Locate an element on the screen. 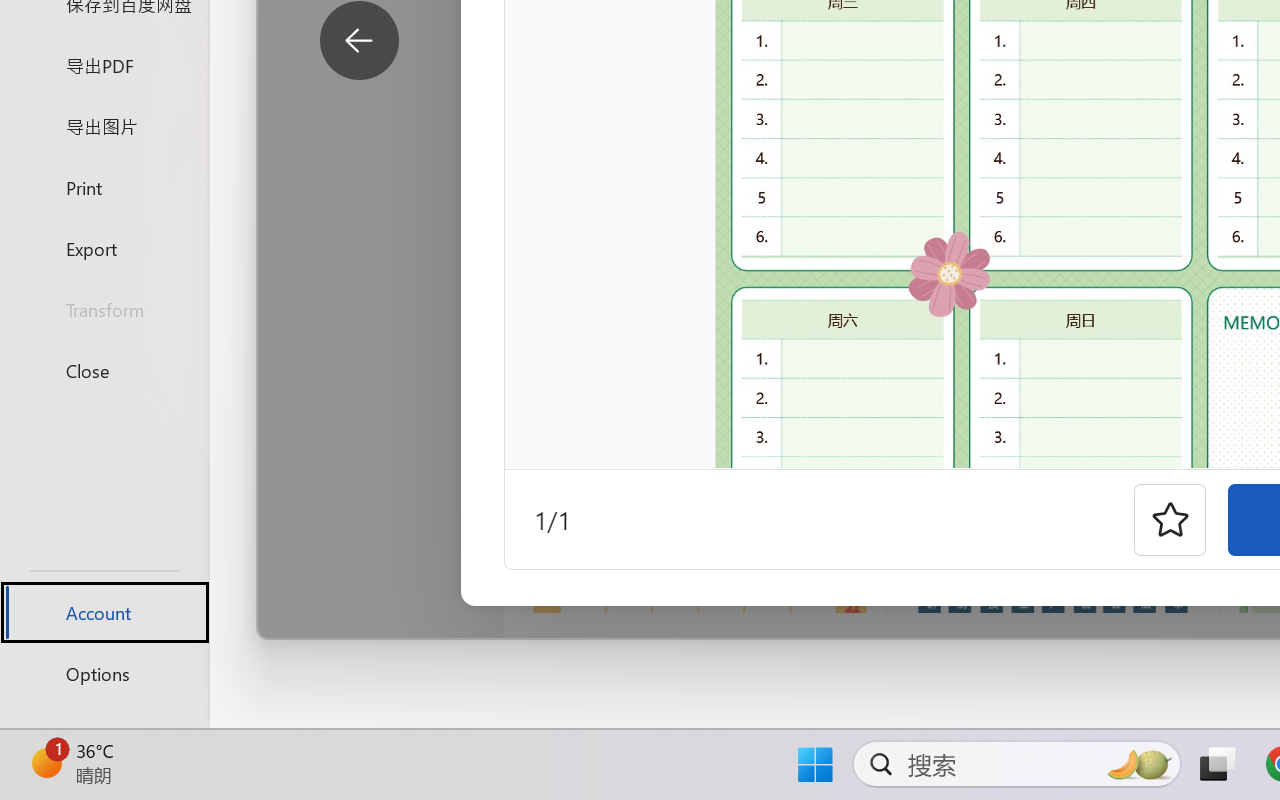 This screenshot has height=800, width=1280. 'Account' is located at coordinates (103, 612).